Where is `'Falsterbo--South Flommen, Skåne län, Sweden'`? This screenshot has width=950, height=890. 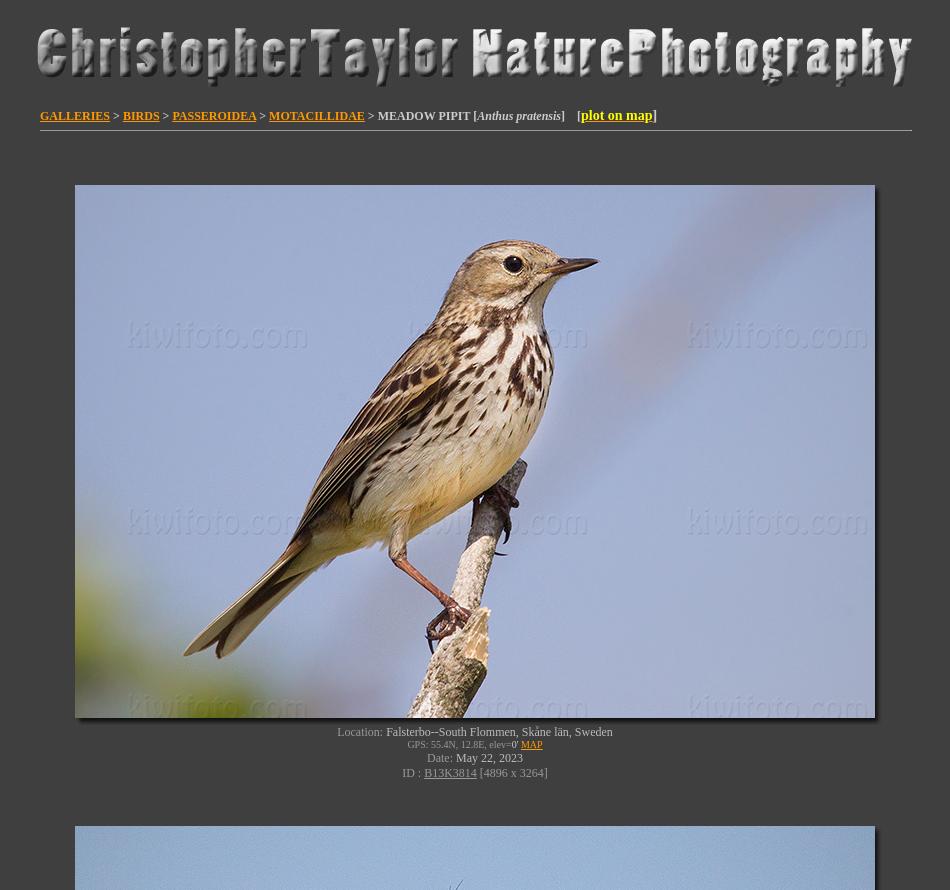 'Falsterbo--South Flommen, Skåne län, Sweden' is located at coordinates (384, 731).